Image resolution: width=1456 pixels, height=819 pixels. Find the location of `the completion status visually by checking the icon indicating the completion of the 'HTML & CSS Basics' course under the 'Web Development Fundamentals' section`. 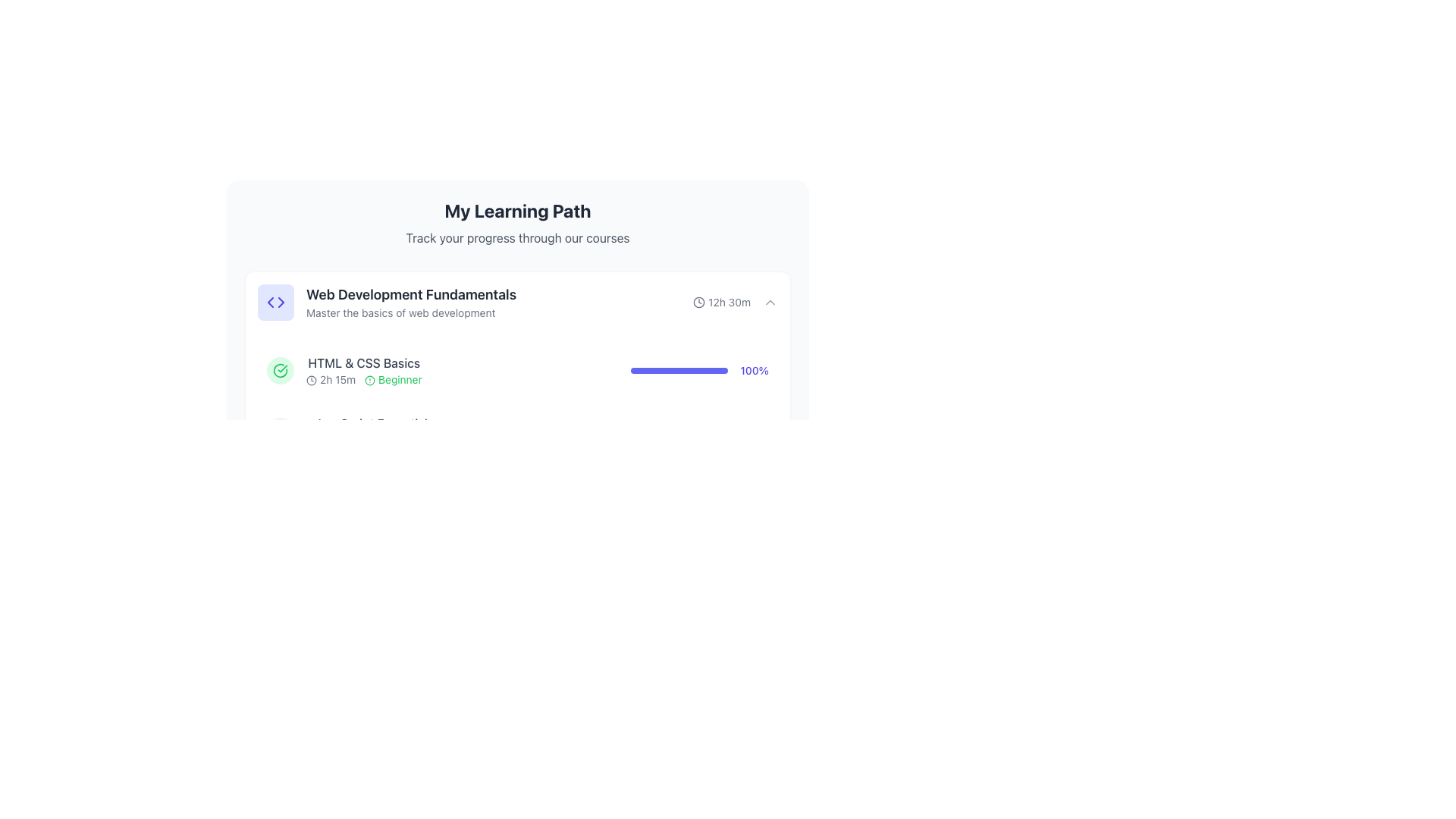

the completion status visually by checking the icon indicating the completion of the 'HTML & CSS Basics' course under the 'Web Development Fundamentals' section is located at coordinates (280, 371).